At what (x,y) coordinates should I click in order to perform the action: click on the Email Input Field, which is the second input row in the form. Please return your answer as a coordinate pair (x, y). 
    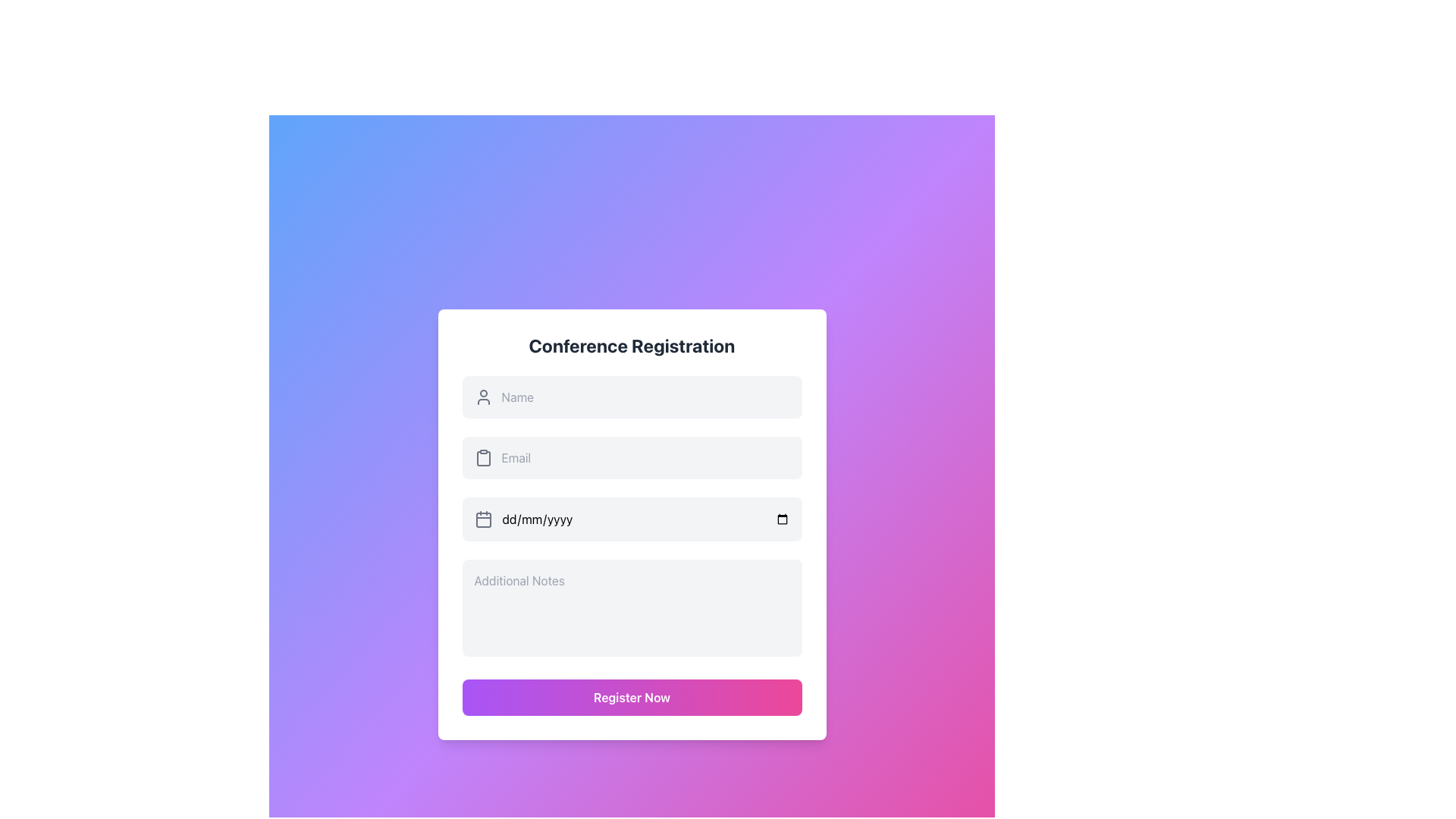
    Looking at the image, I should click on (632, 457).